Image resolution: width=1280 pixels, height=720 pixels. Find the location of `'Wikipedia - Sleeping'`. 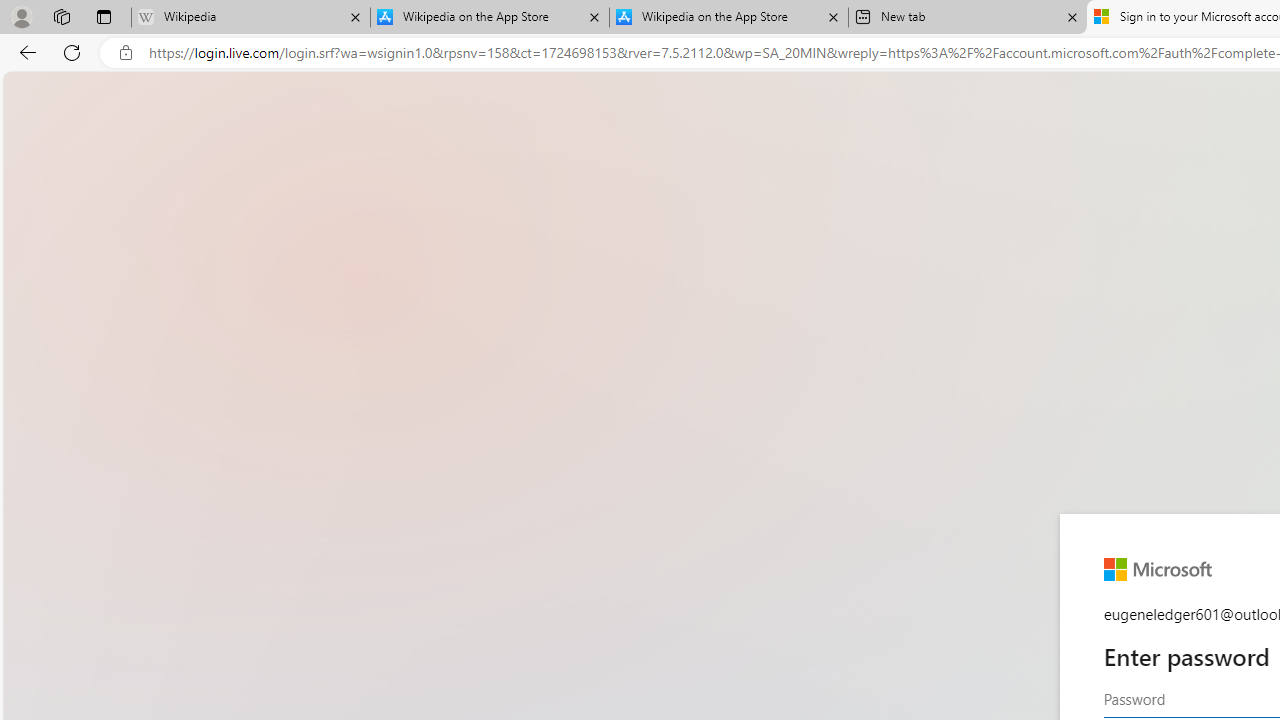

'Wikipedia - Sleeping' is located at coordinates (249, 17).